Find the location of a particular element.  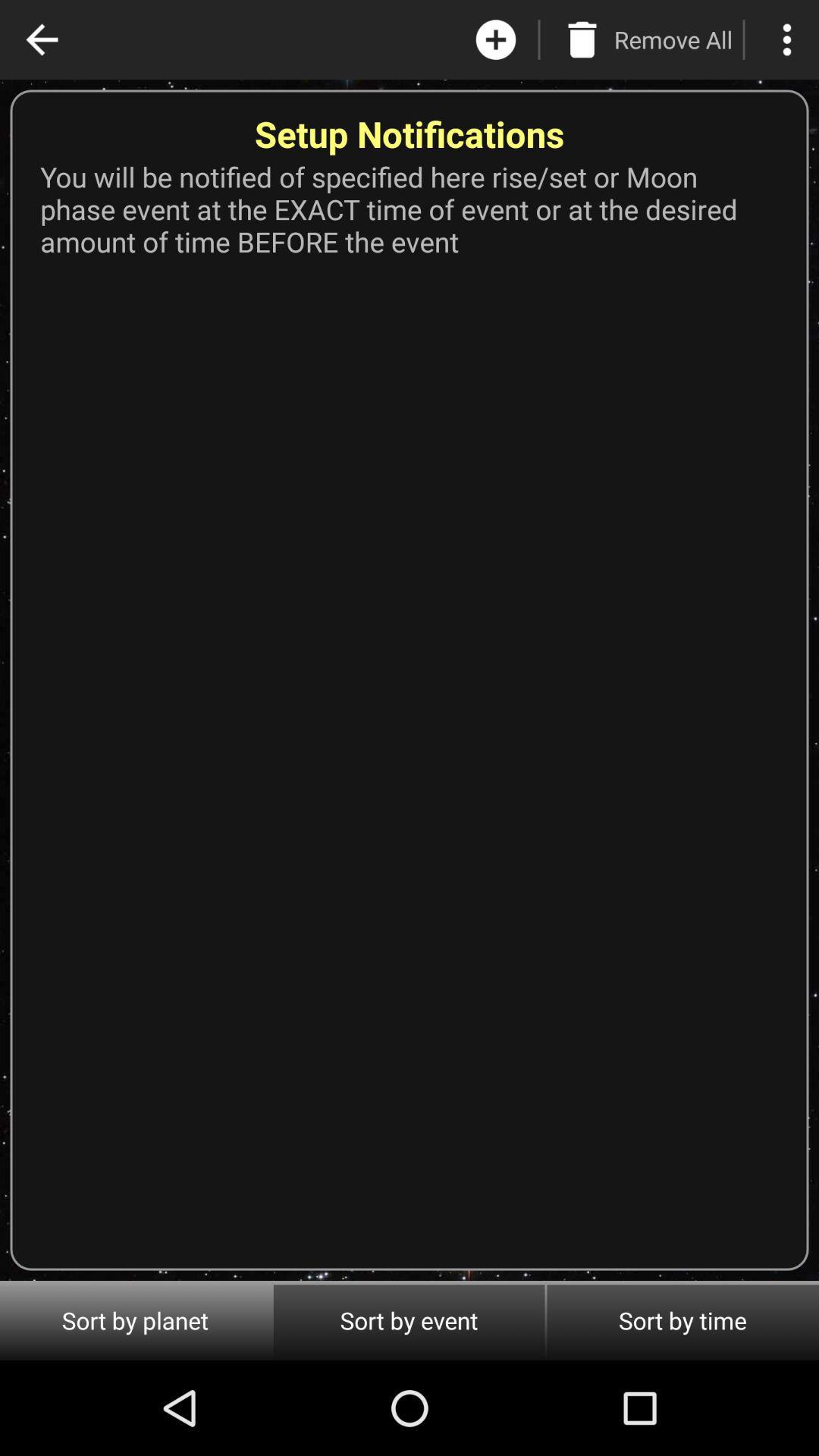

the delete icon is located at coordinates (581, 39).